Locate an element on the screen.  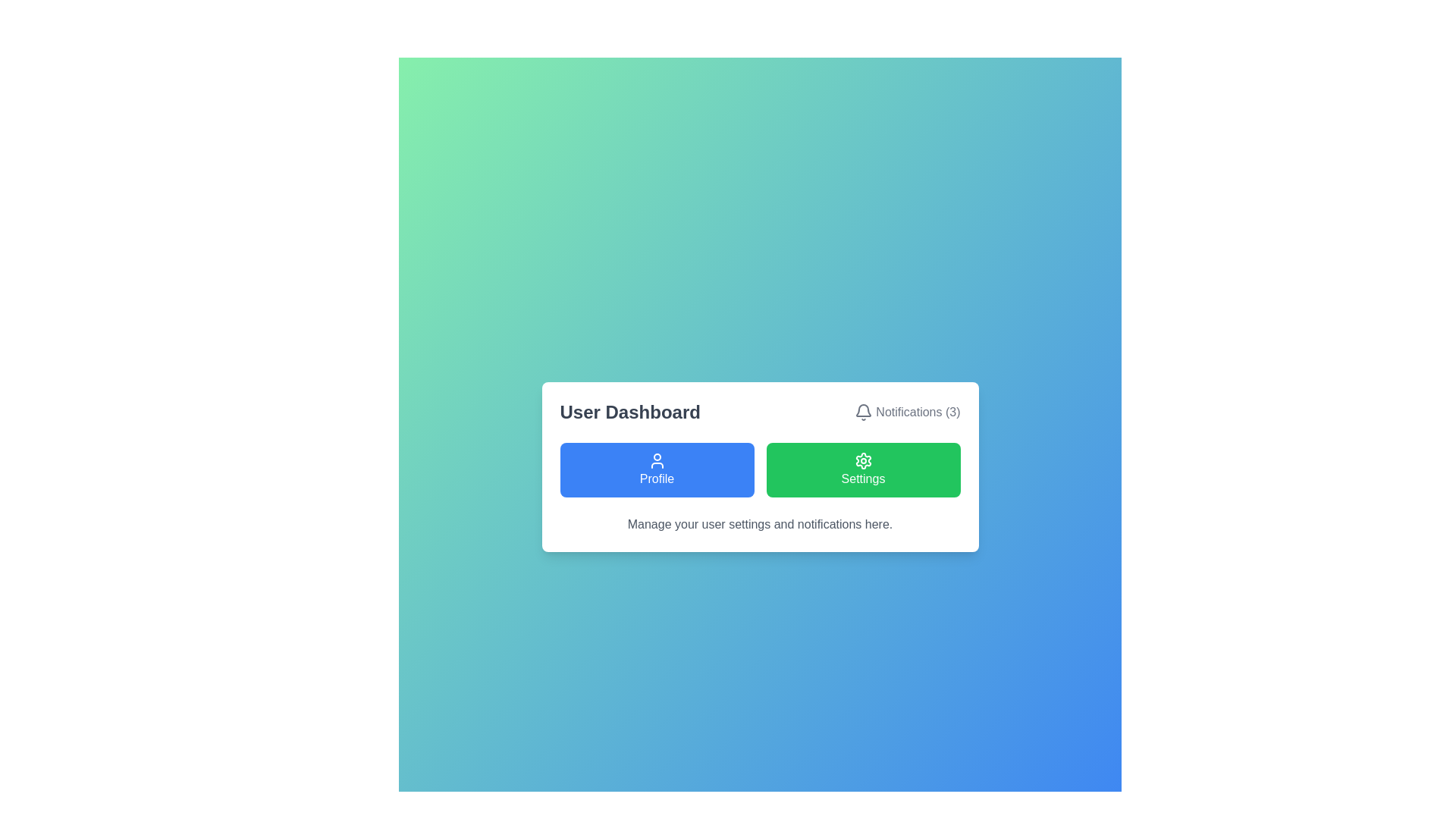
the notification bell icon located to the left of the 'Notifications (3)' text at the top-right corner of the dashboard card is located at coordinates (864, 412).